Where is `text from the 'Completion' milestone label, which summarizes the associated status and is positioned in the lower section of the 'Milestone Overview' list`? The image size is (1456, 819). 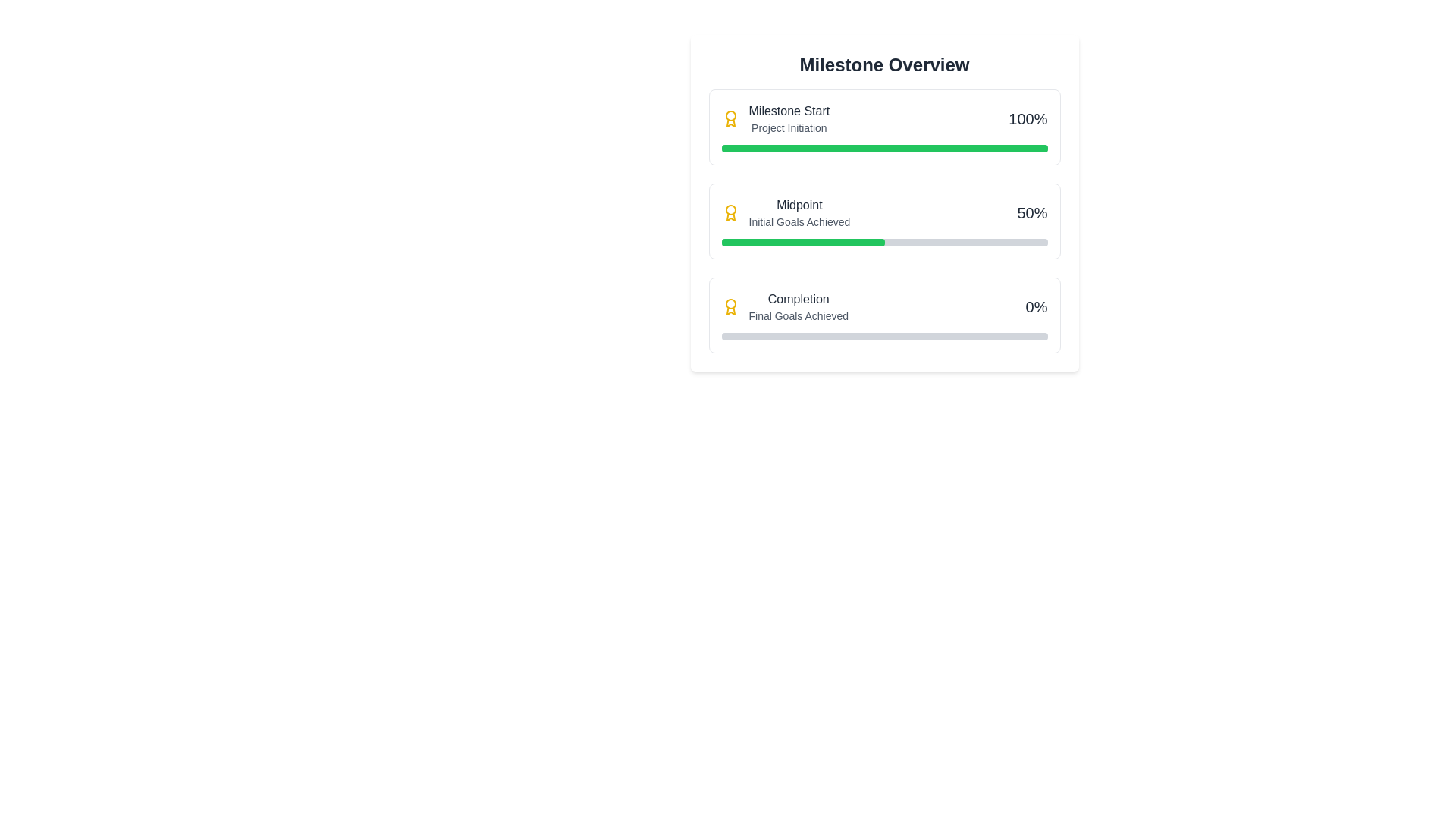
text from the 'Completion' milestone label, which summarizes the associated status and is positioned in the lower section of the 'Milestone Overview' list is located at coordinates (798, 307).